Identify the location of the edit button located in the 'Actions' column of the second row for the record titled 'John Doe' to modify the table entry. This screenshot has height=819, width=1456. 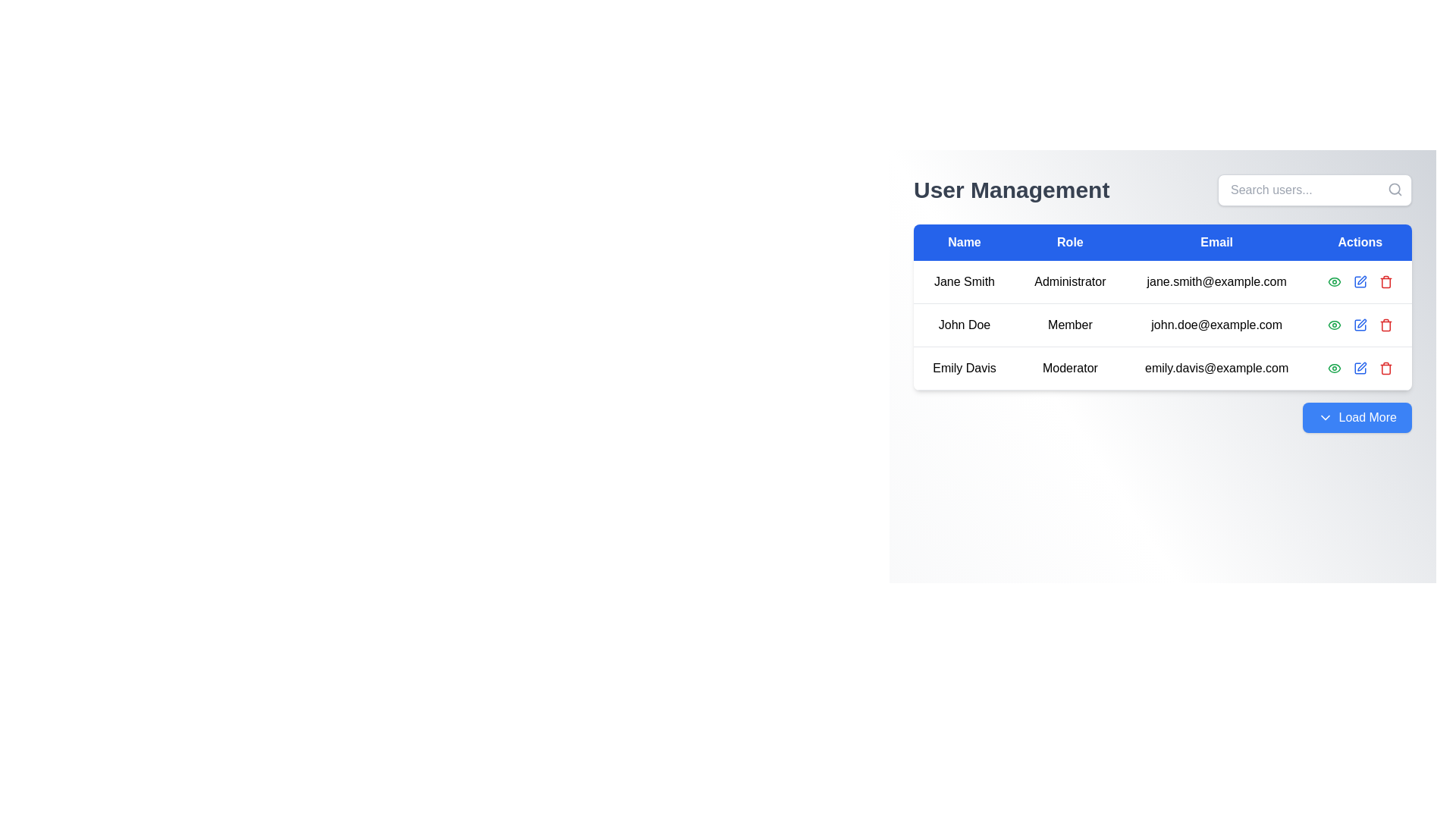
(1360, 324).